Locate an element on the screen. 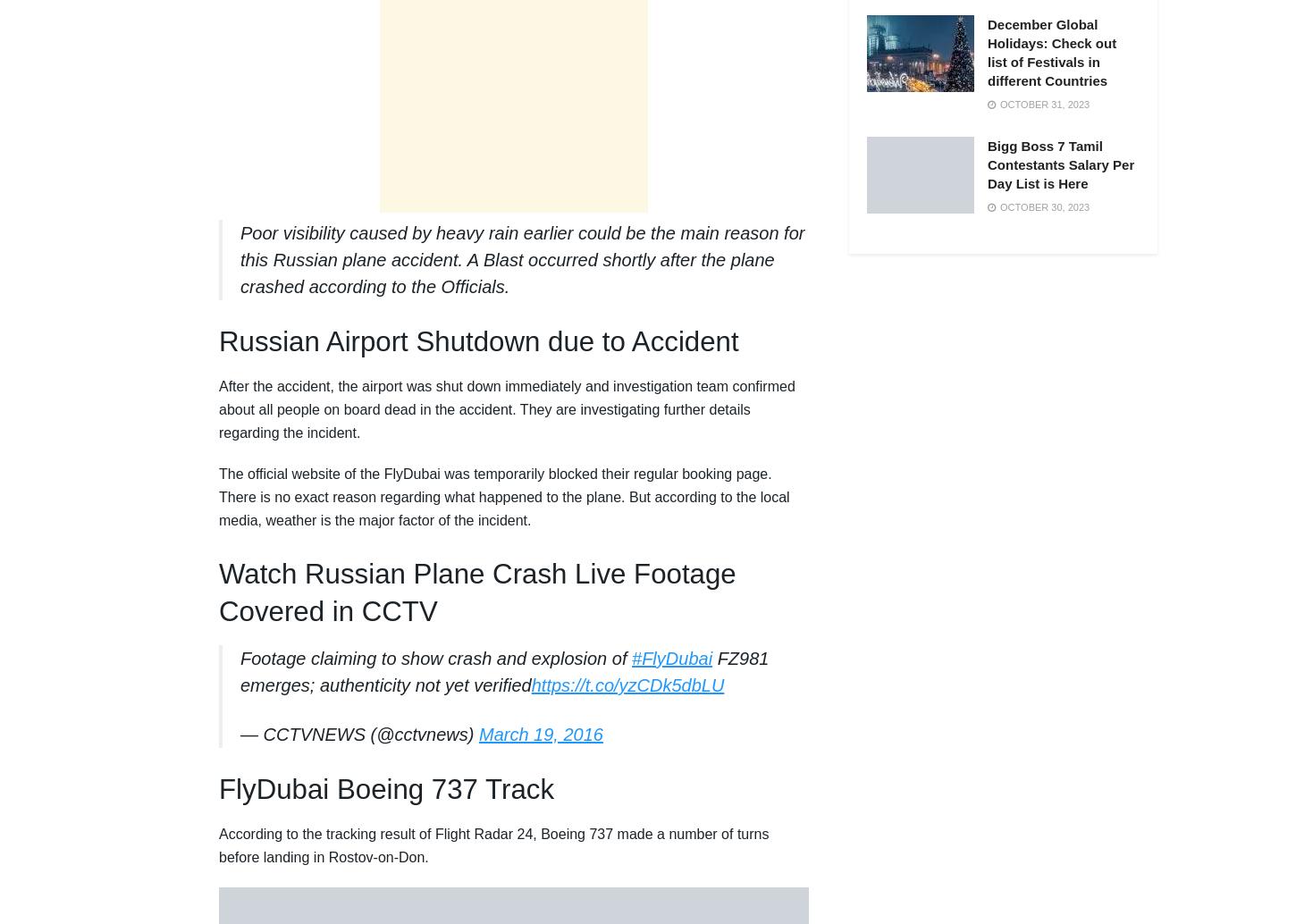  'After the accident, the airport was shut down immediately and investigation team confirmed about all people on board dead in the accident. They are investigating further details regarding the incident.' is located at coordinates (219, 408).